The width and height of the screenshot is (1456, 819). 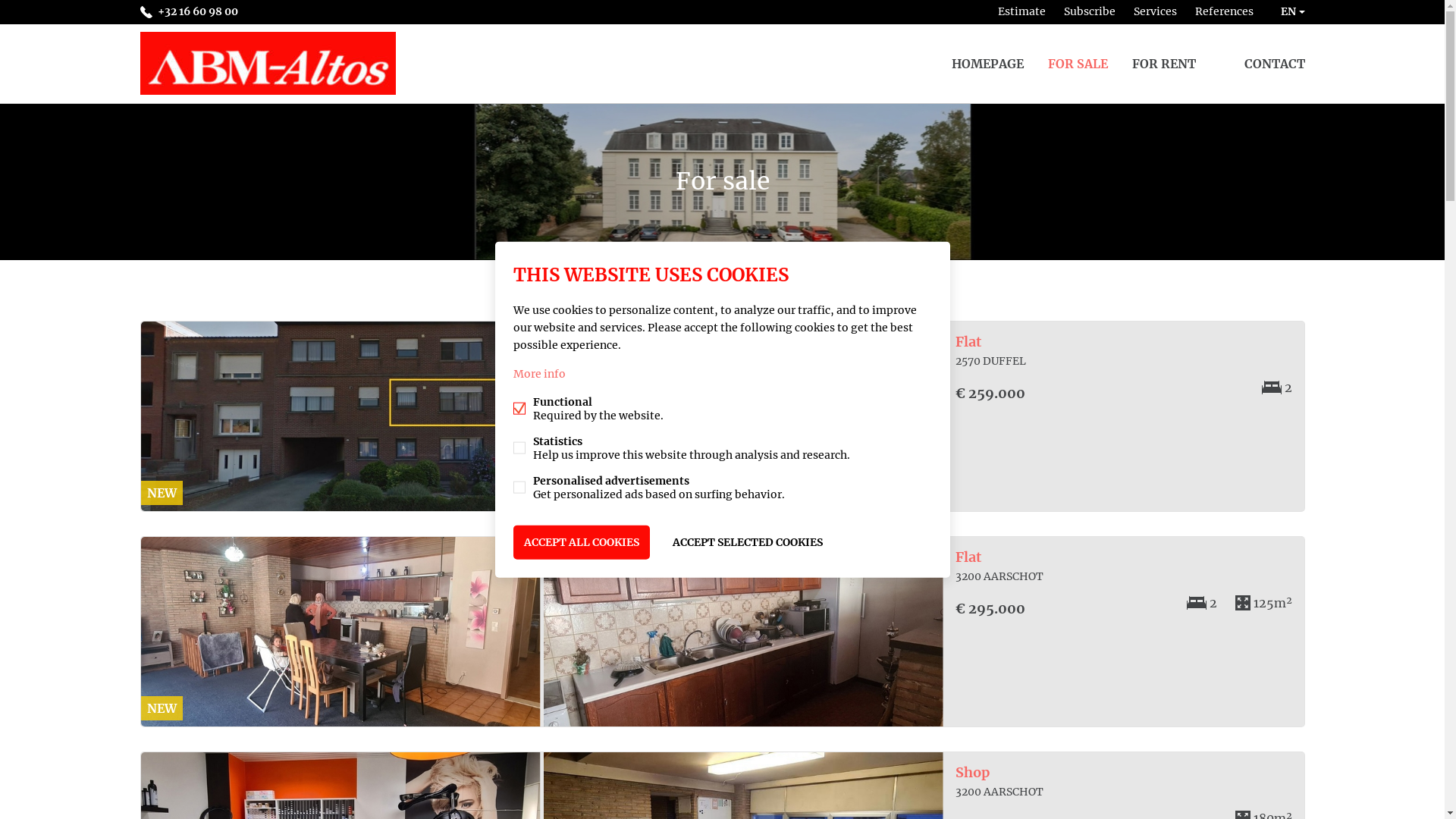 What do you see at coordinates (987, 63) in the screenshot?
I see `'HOMEPAGE'` at bounding box center [987, 63].